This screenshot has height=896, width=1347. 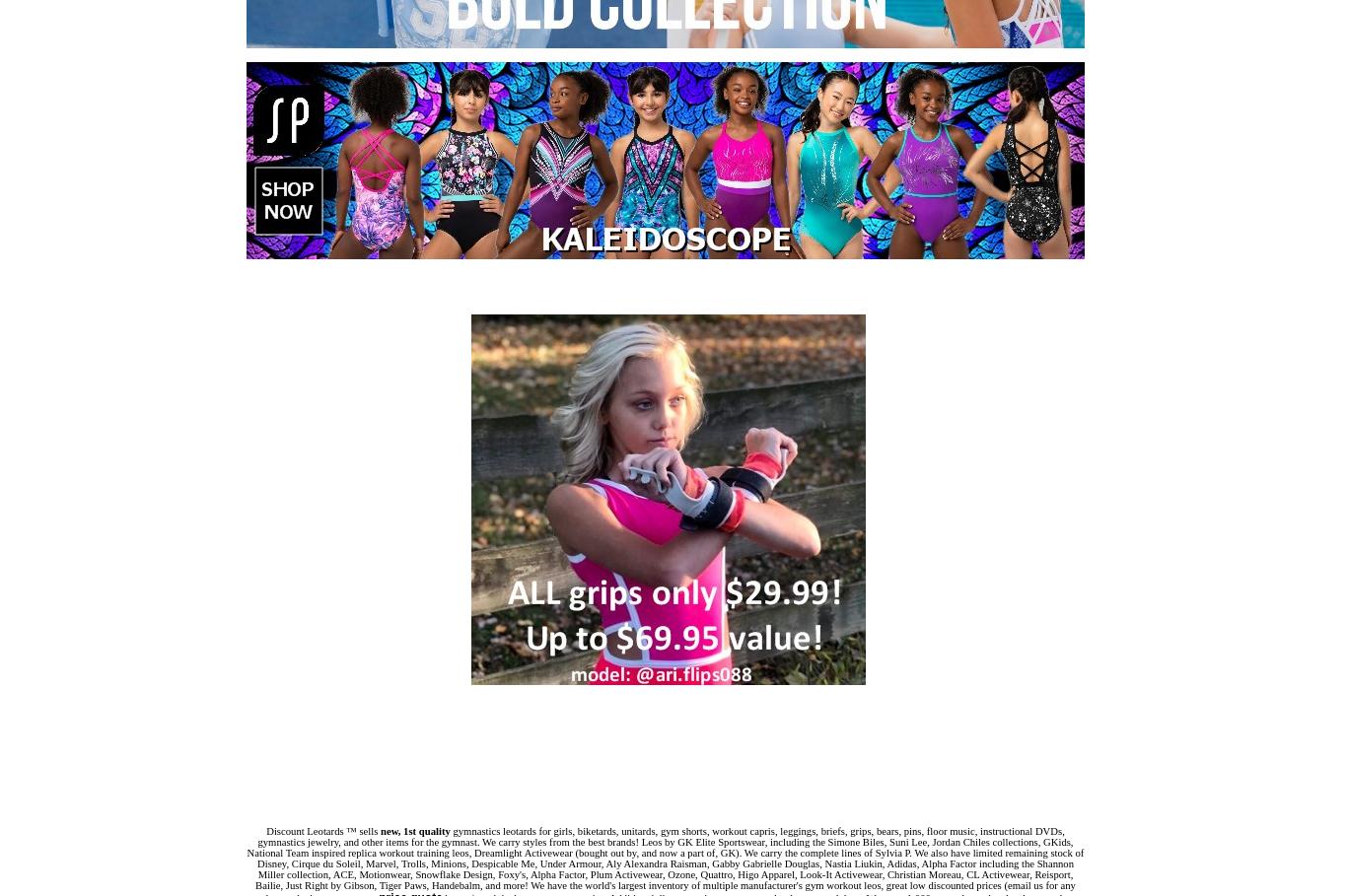 I want to click on 'sells', so click(x=368, y=830).